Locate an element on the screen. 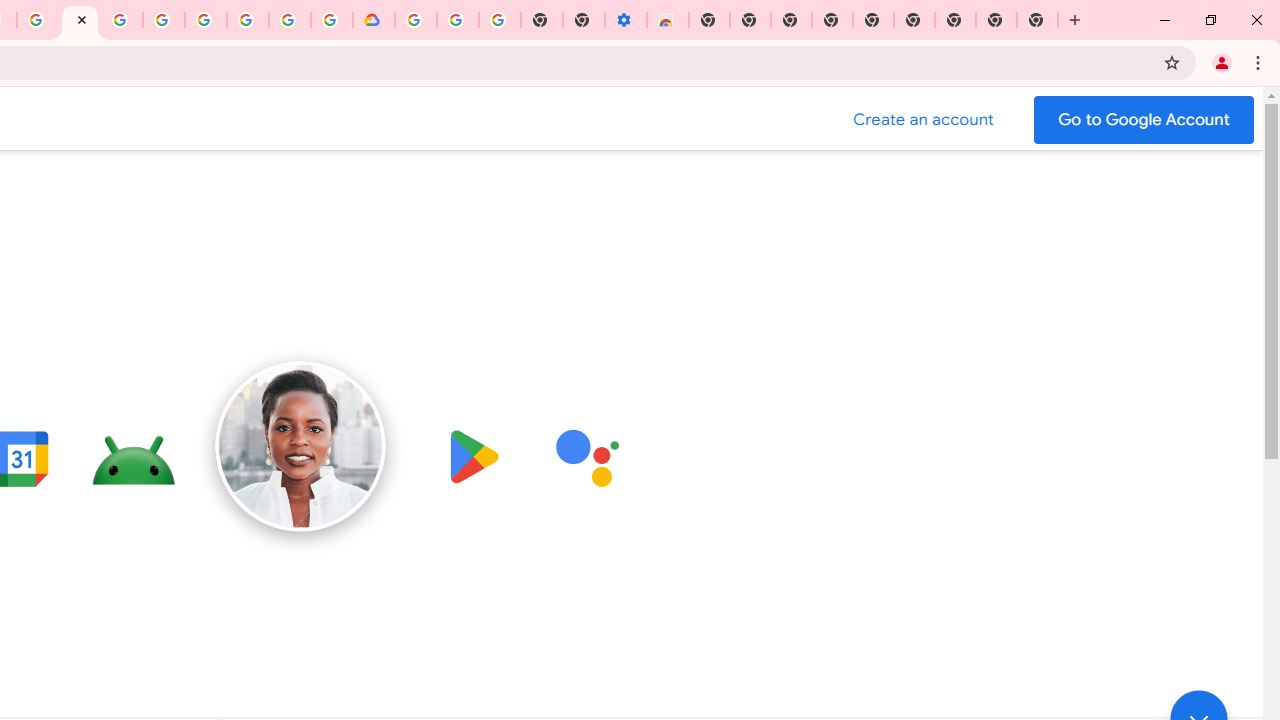 The height and width of the screenshot is (720, 1280). 'Chrome Web Store - Accessibility extensions' is located at coordinates (667, 20).